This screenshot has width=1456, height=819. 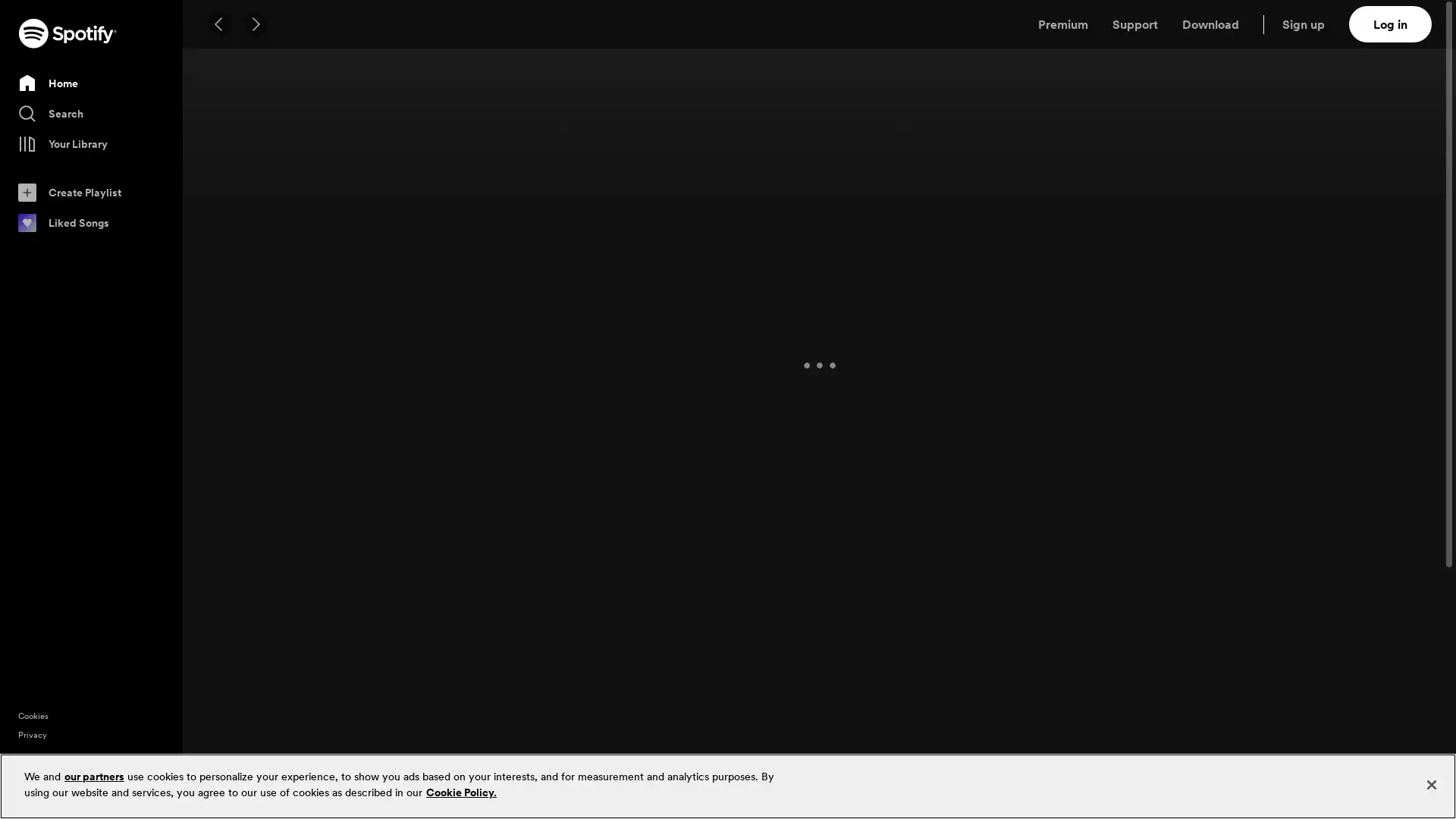 I want to click on Play aesthetic, so click(x=773, y=762).